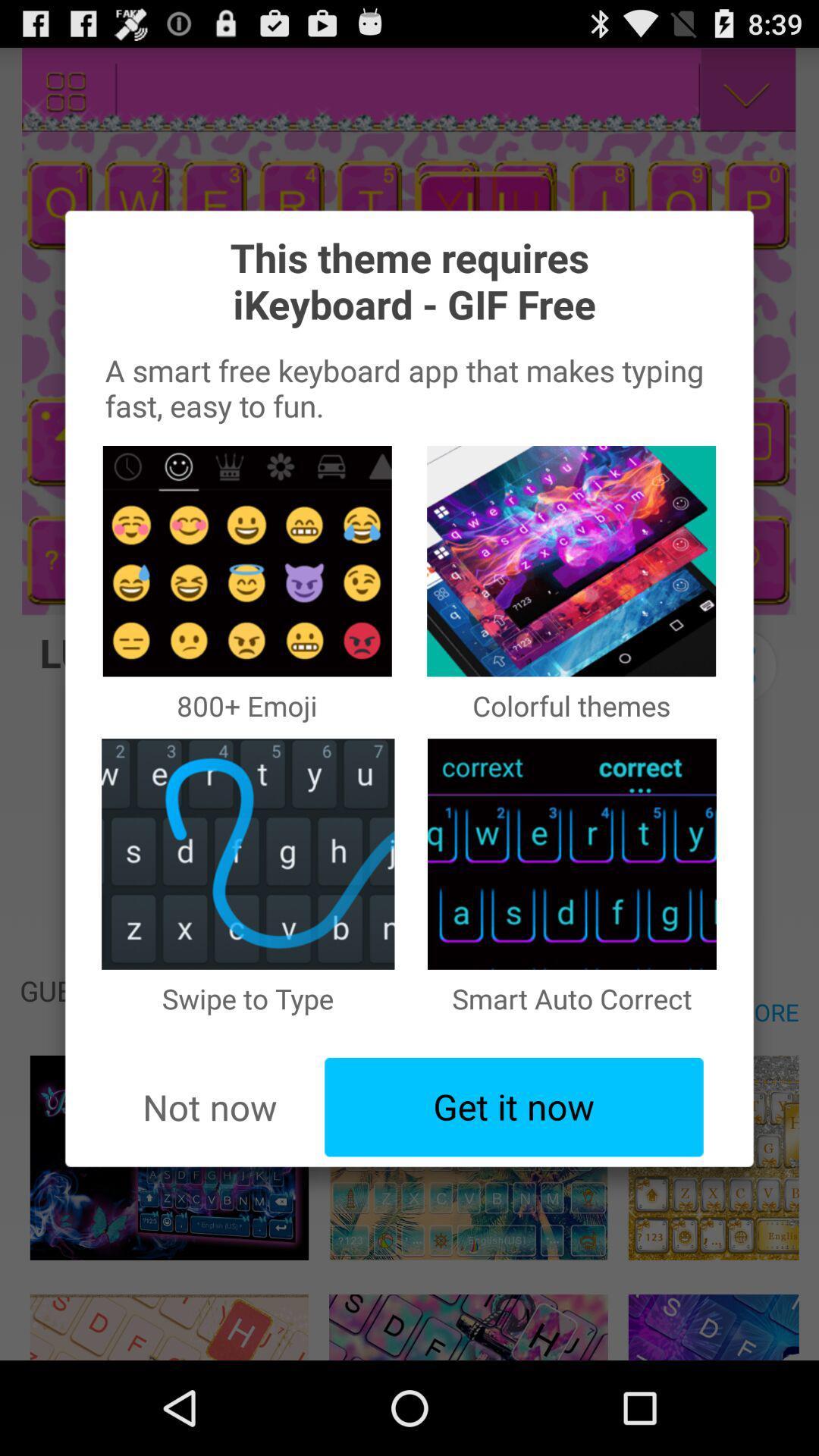 The width and height of the screenshot is (819, 1456). Describe the element at coordinates (513, 1107) in the screenshot. I see `icon at the bottom` at that location.